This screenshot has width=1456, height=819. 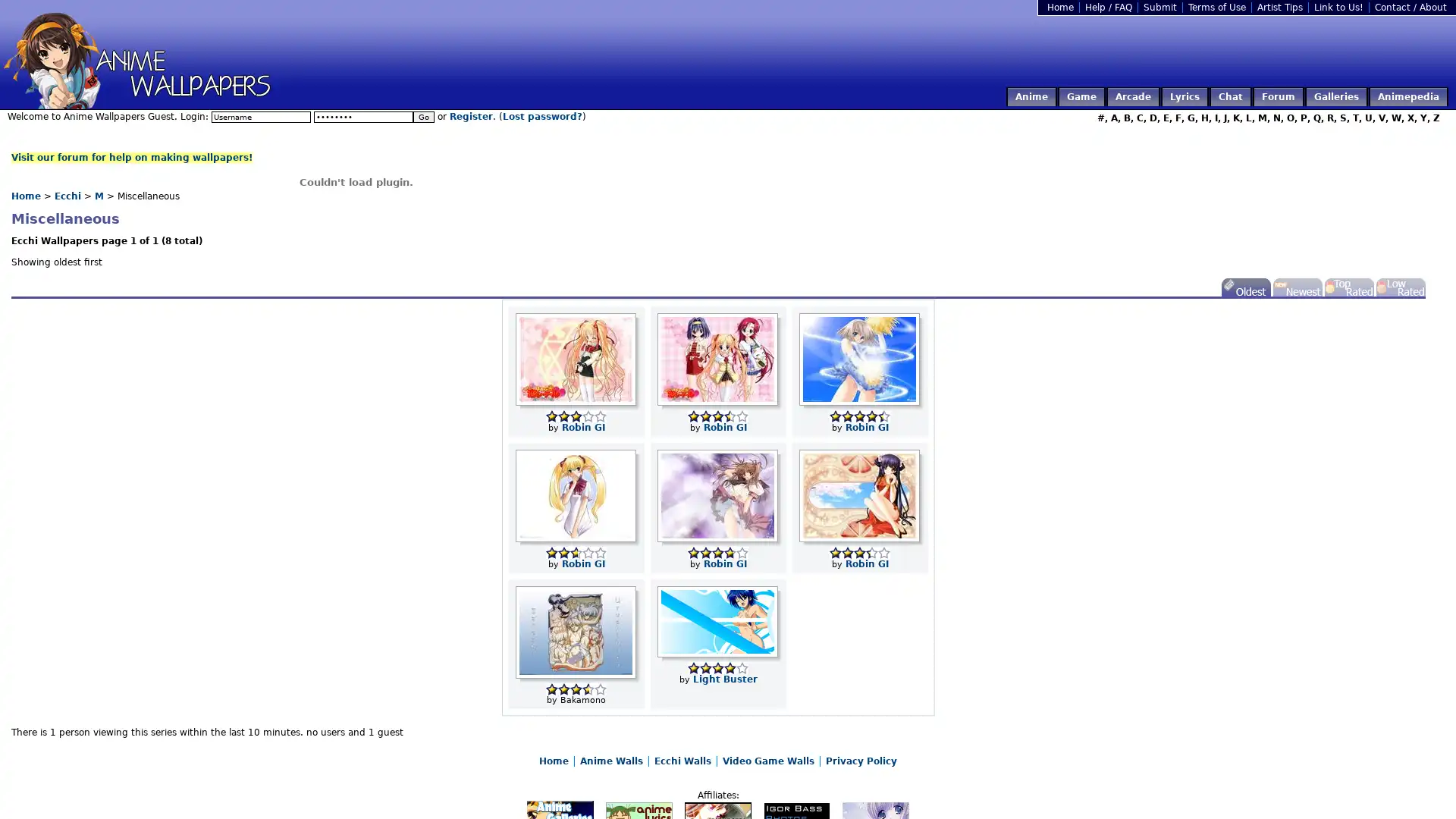 What do you see at coordinates (423, 116) in the screenshot?
I see `Go` at bounding box center [423, 116].